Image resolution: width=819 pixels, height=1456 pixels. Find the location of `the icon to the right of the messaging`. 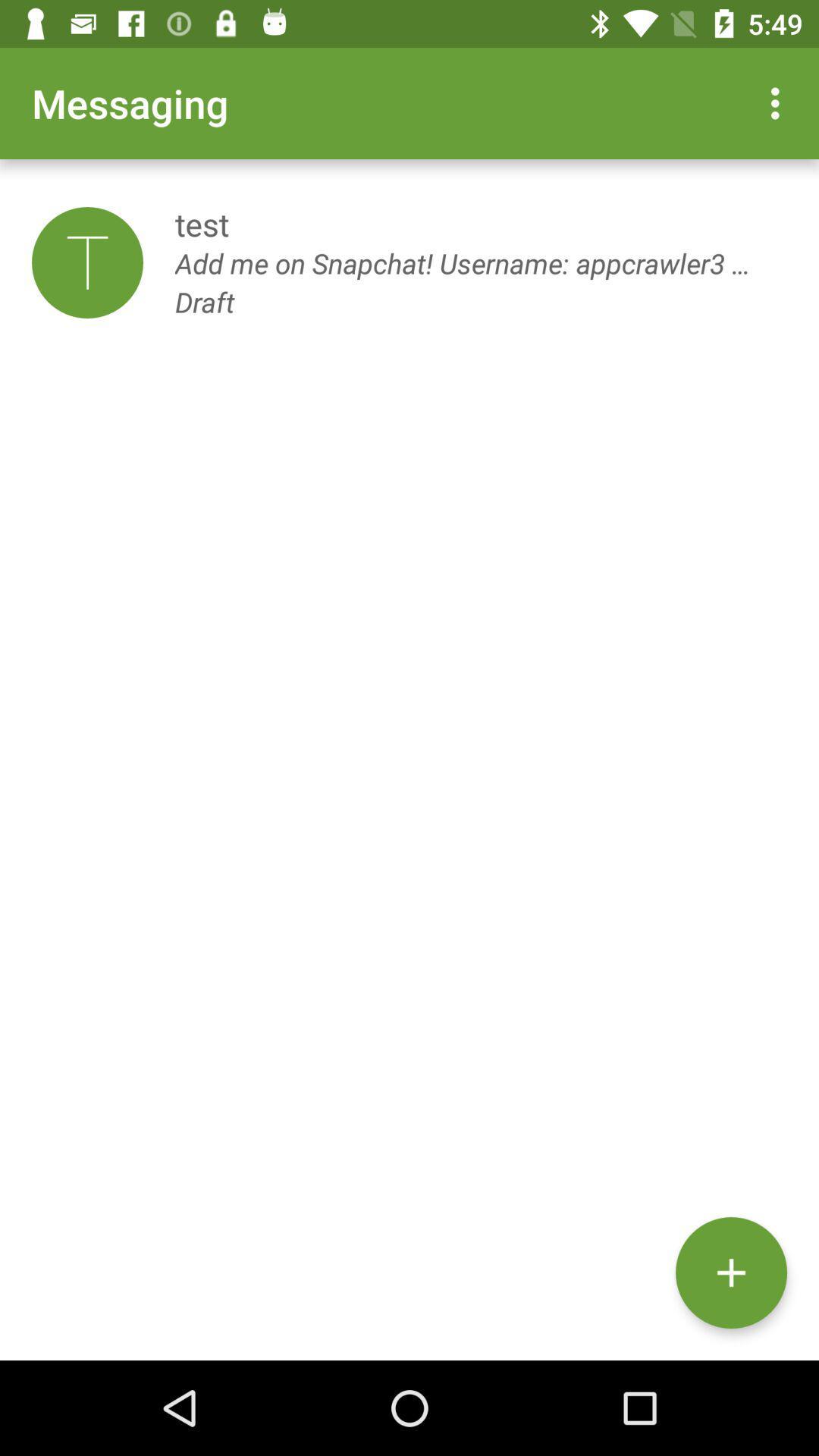

the icon to the right of the messaging is located at coordinates (779, 102).